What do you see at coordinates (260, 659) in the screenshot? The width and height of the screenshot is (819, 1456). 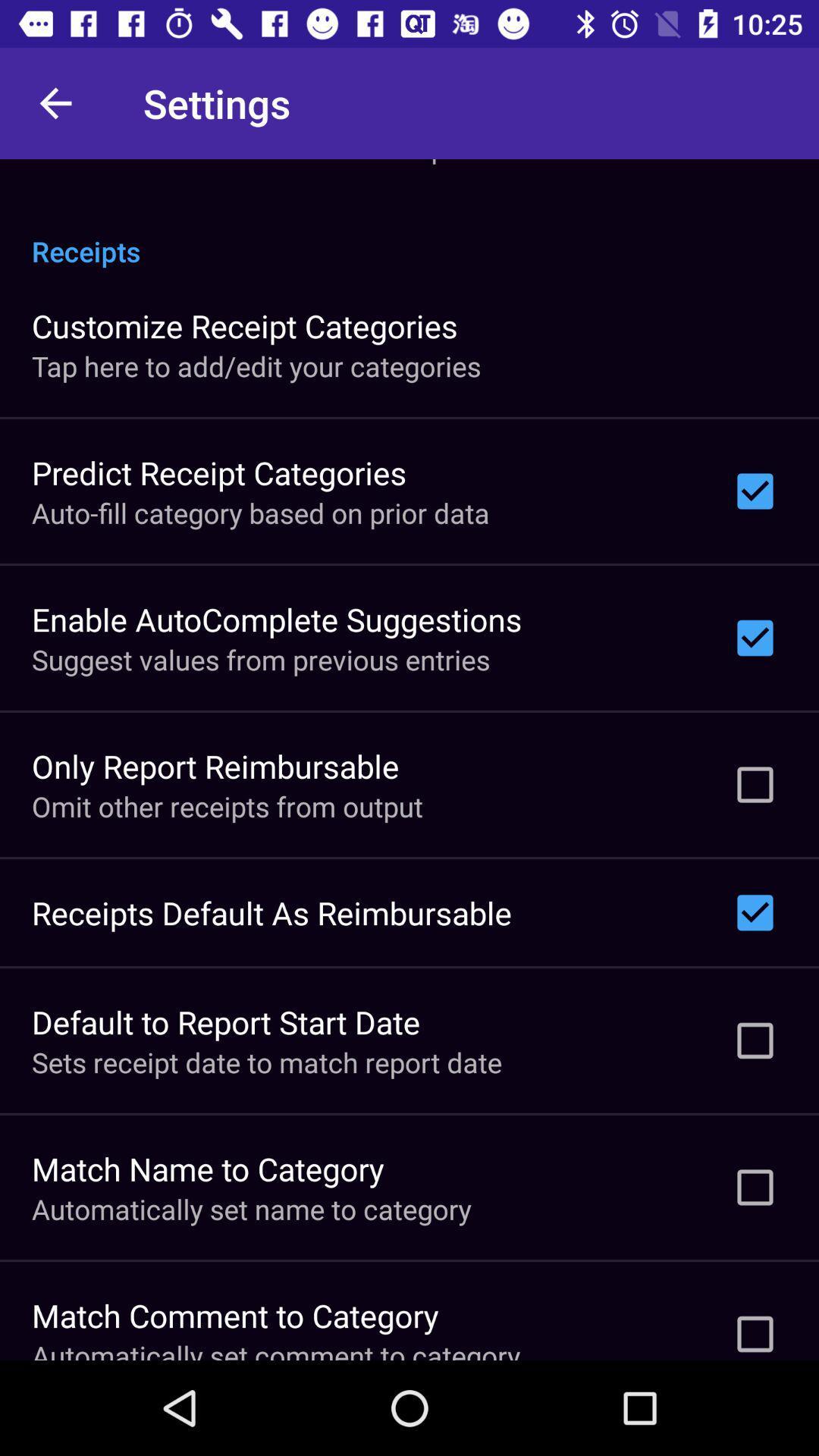 I see `the suggest values from` at bounding box center [260, 659].